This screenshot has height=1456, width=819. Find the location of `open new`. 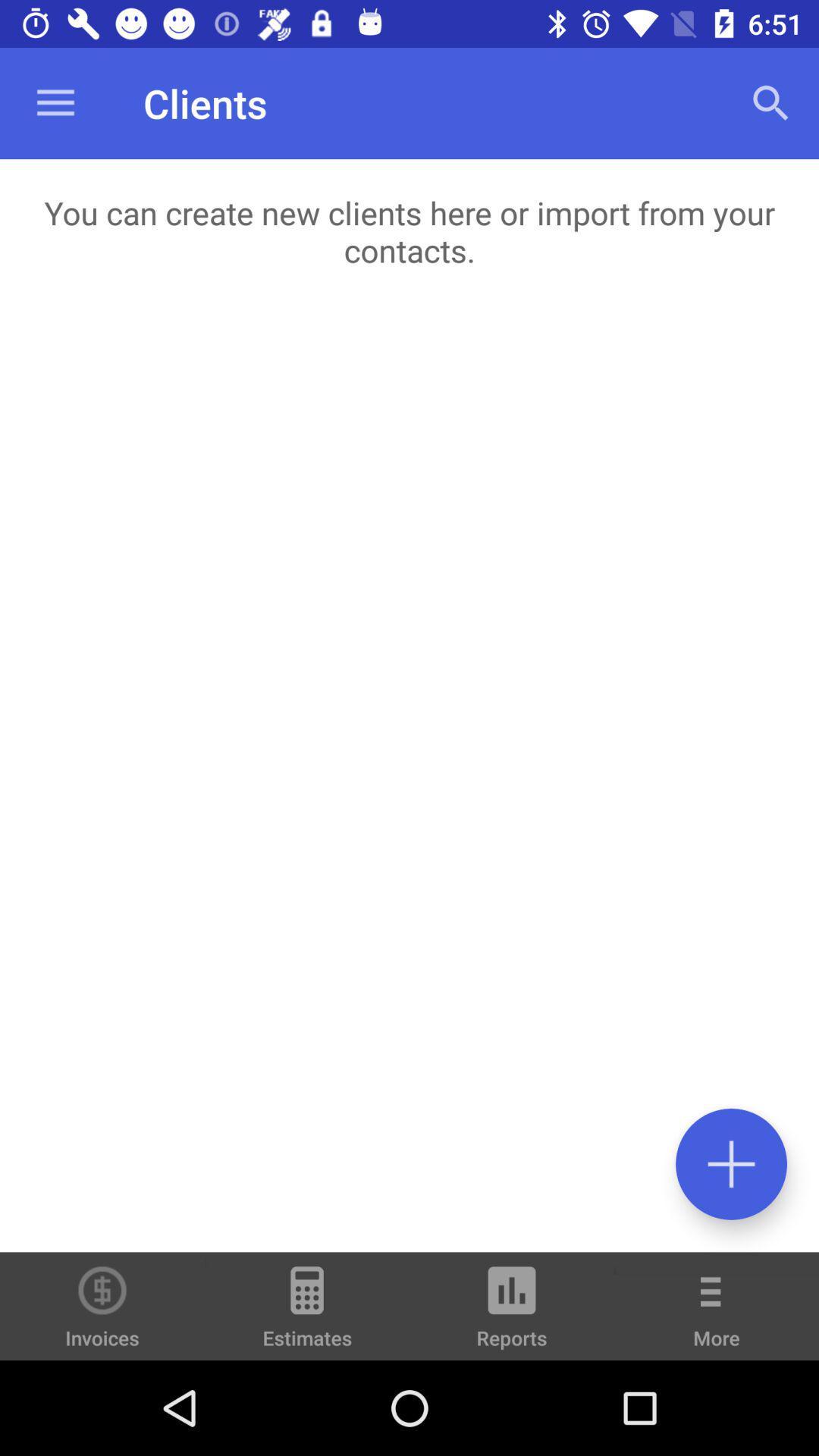

open new is located at coordinates (730, 1163).